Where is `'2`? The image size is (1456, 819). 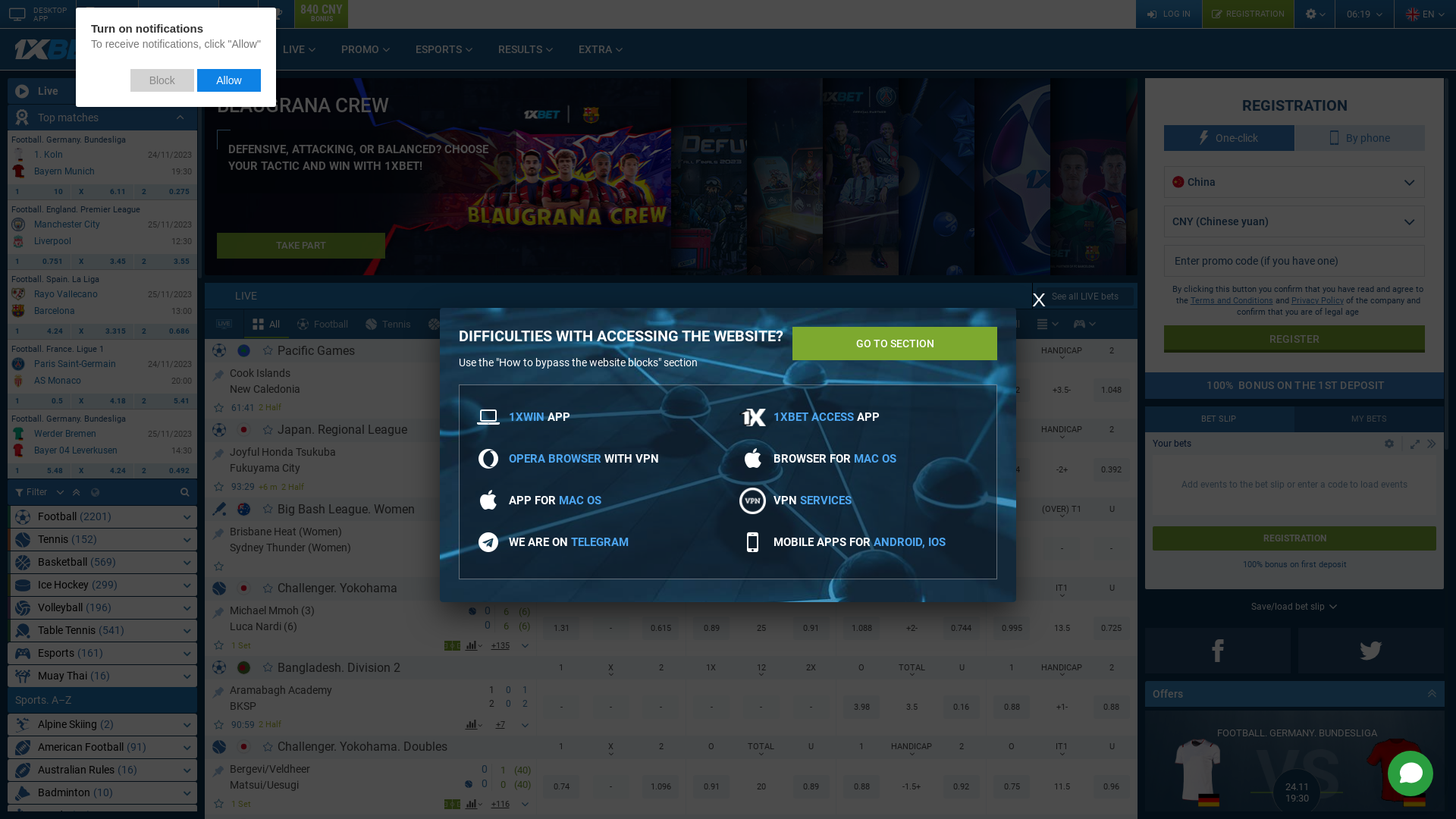 '2 is located at coordinates (165, 191).